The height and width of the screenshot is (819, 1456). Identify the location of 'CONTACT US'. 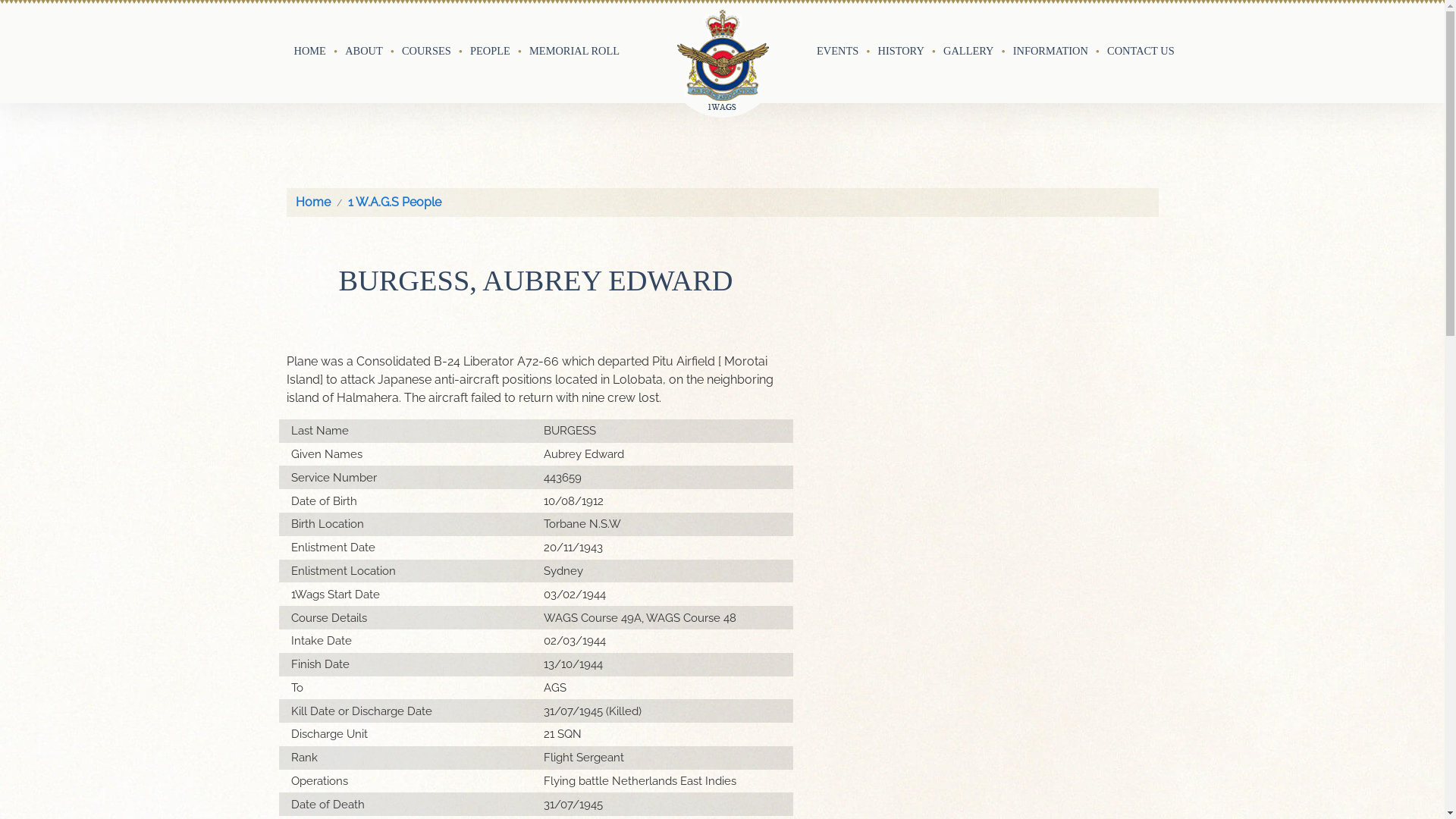
(1141, 50).